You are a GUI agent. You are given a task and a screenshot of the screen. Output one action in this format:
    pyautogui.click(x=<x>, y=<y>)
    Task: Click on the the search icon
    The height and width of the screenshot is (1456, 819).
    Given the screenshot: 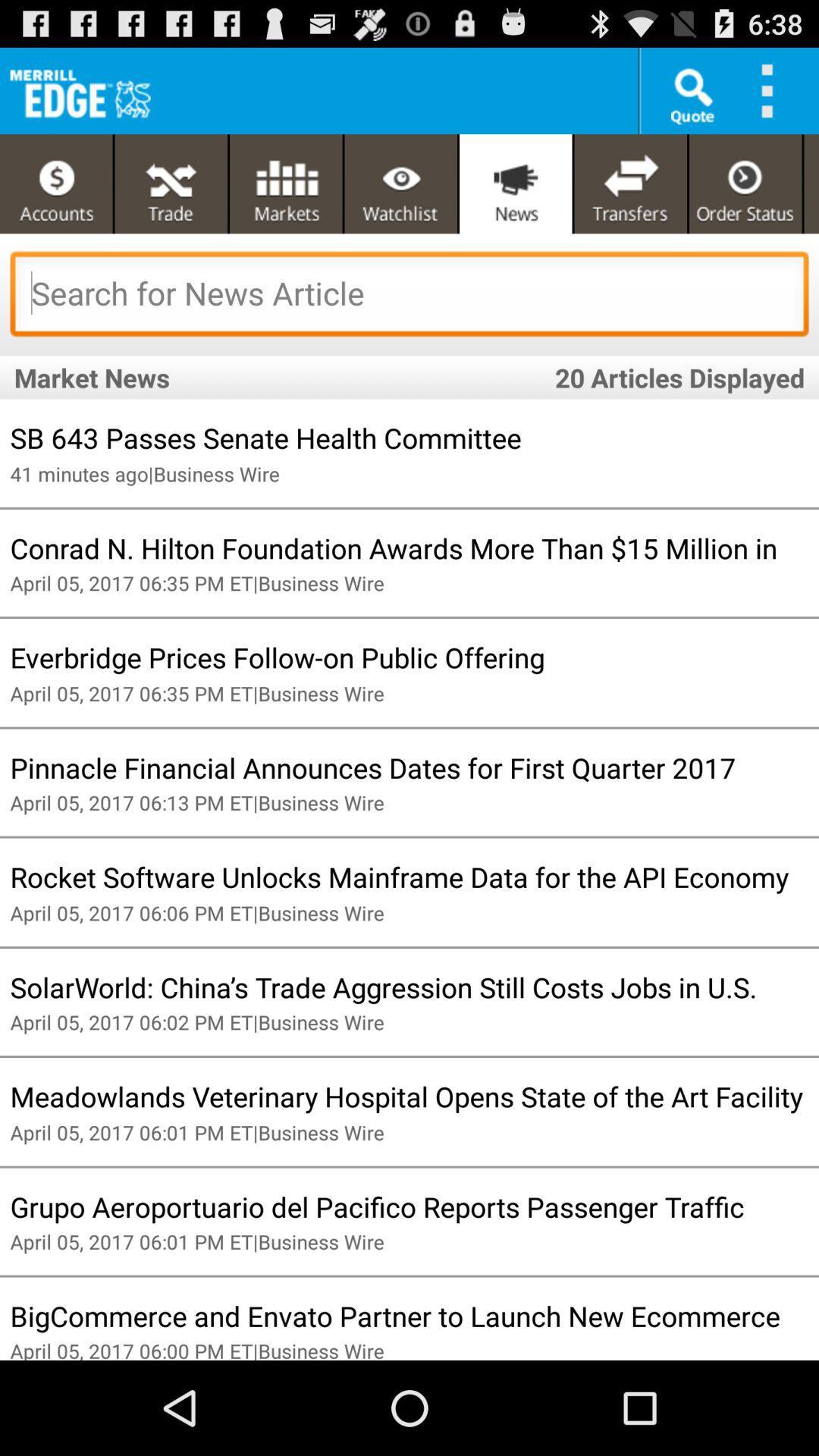 What is the action you would take?
    pyautogui.click(x=682, y=96)
    